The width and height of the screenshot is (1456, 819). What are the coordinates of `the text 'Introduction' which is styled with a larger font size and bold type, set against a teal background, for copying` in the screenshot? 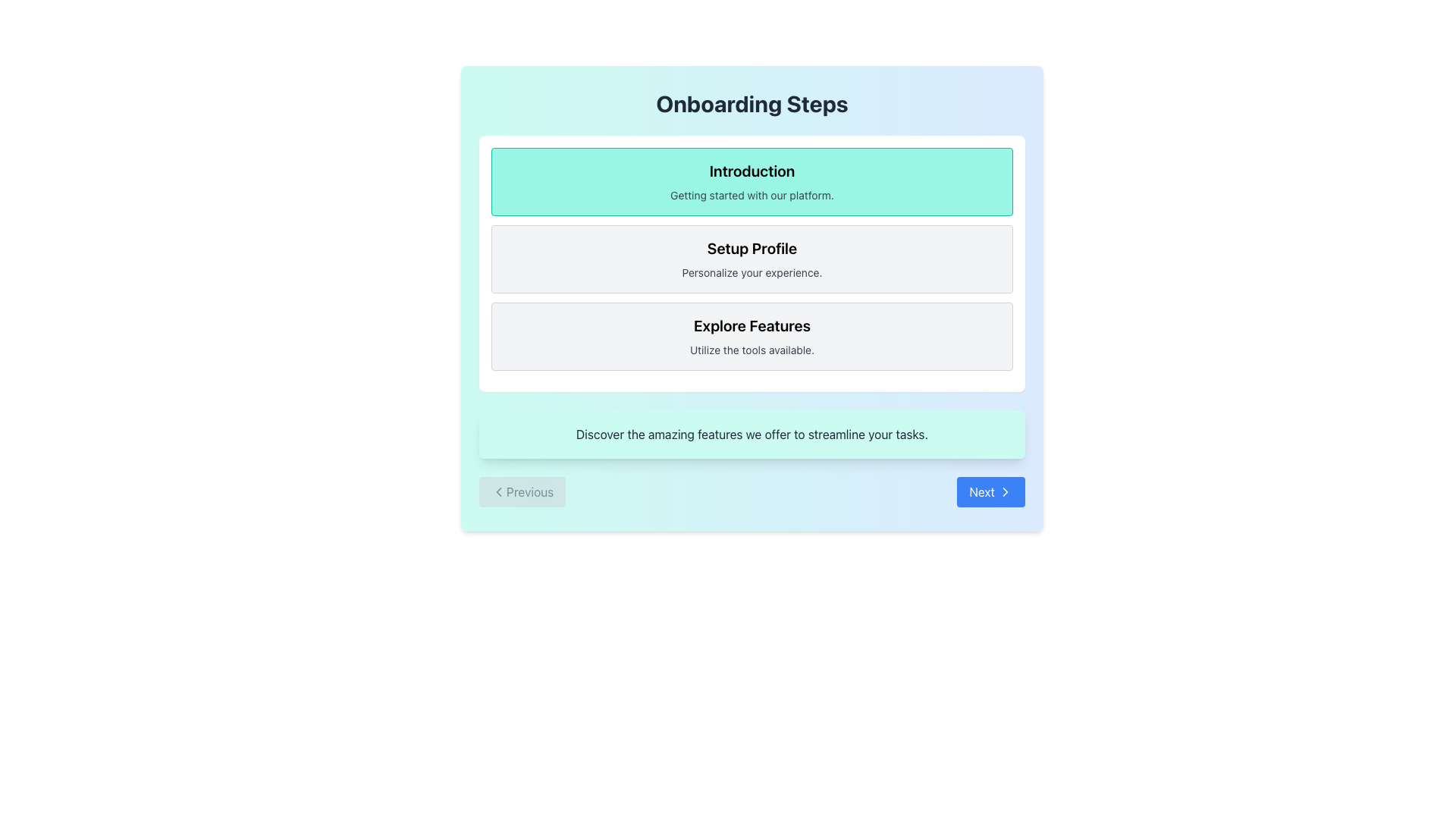 It's located at (752, 171).